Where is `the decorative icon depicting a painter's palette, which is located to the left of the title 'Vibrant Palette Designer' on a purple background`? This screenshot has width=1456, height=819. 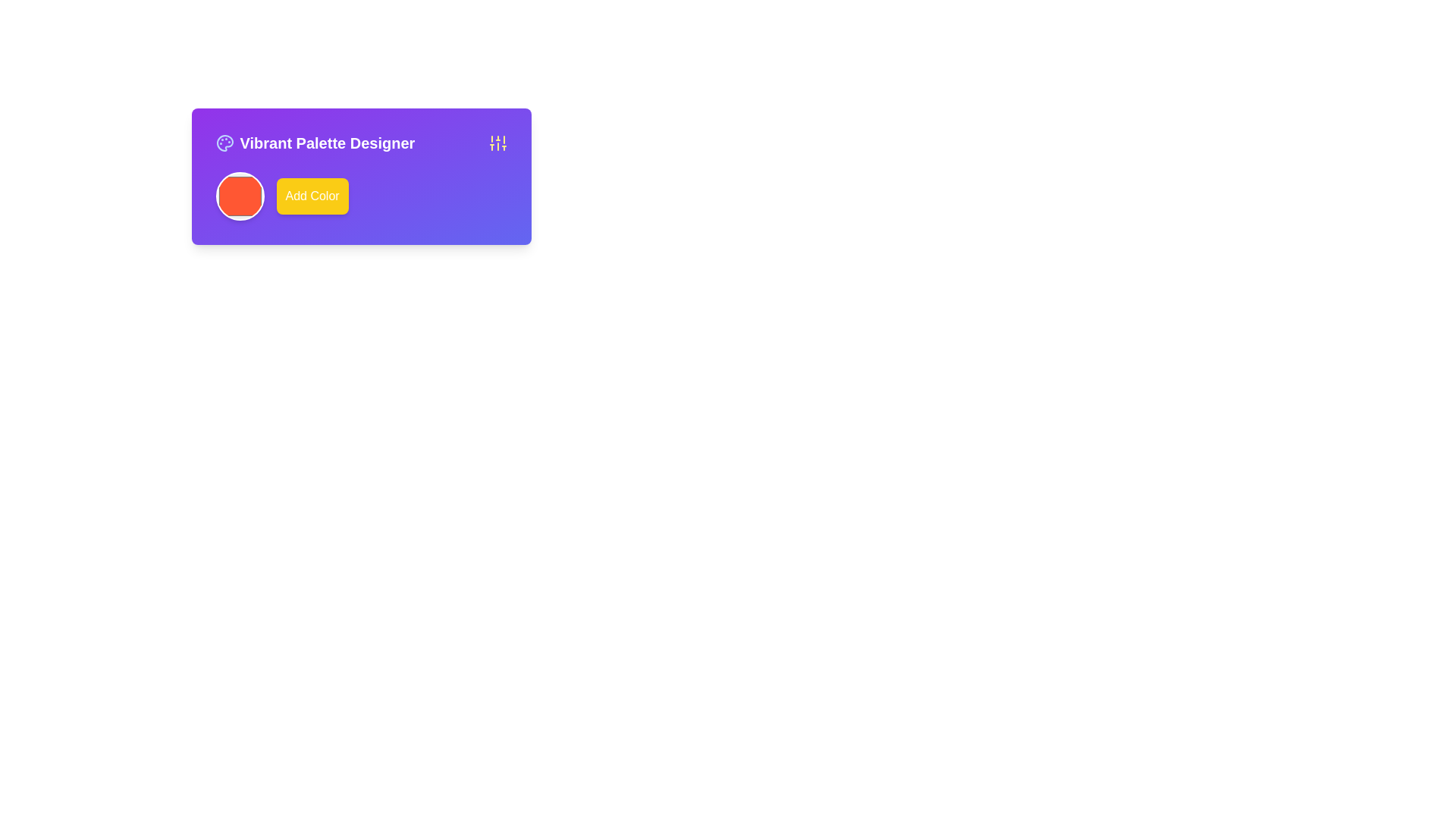 the decorative icon depicting a painter's palette, which is located to the left of the title 'Vibrant Palette Designer' on a purple background is located at coordinates (224, 143).